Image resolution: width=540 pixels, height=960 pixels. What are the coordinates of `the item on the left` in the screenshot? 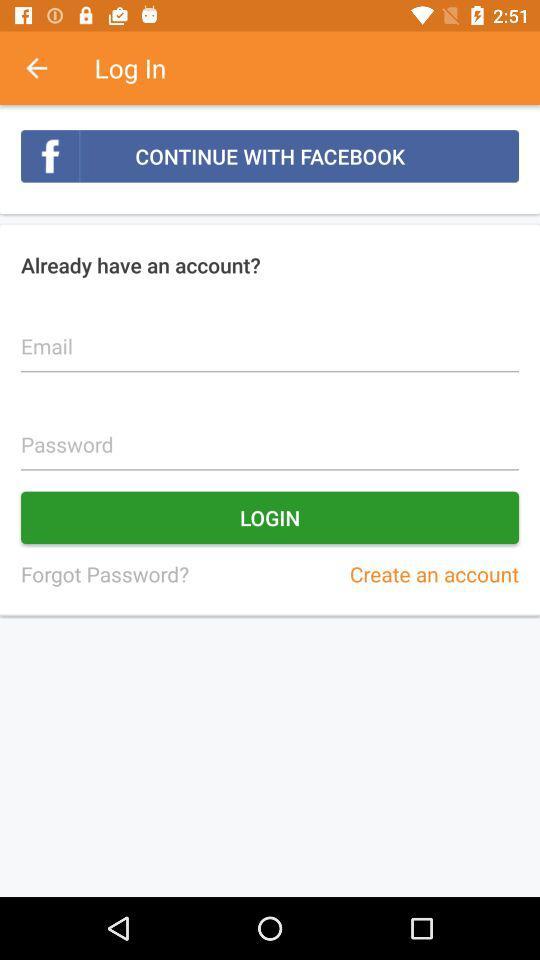 It's located at (104, 574).